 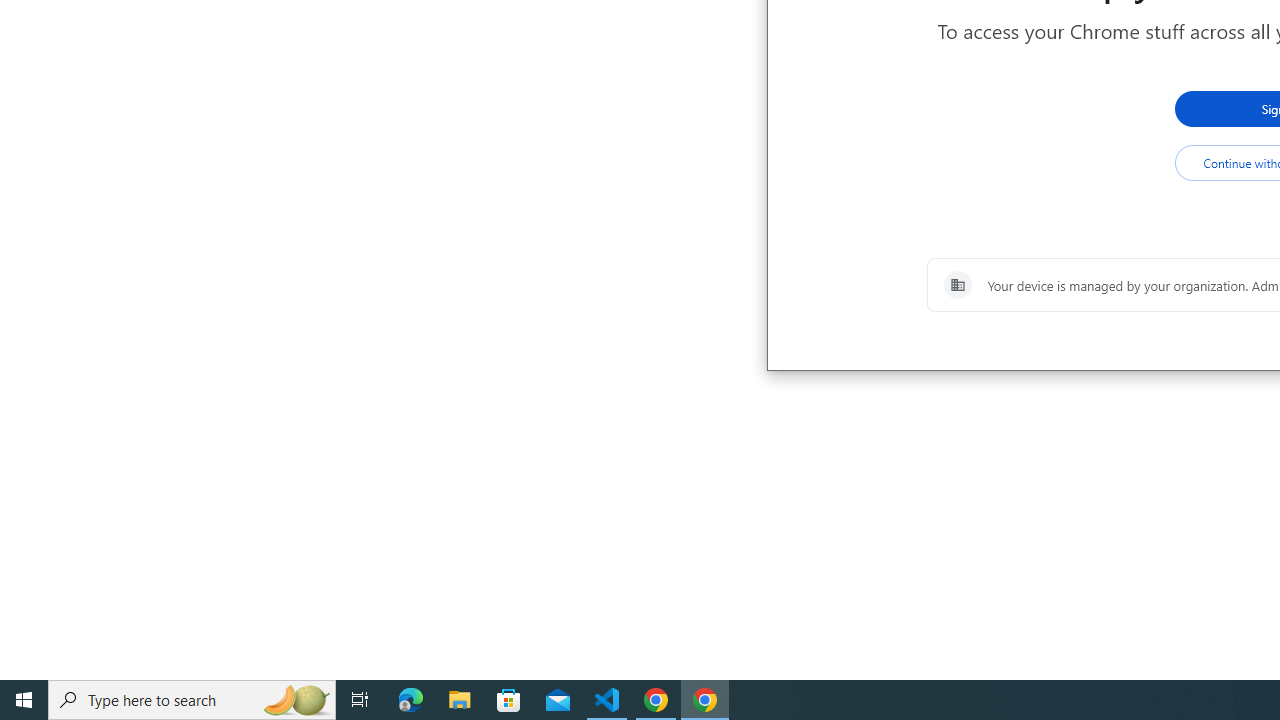 What do you see at coordinates (294, 698) in the screenshot?
I see `'Search highlights icon opens search home window'` at bounding box center [294, 698].